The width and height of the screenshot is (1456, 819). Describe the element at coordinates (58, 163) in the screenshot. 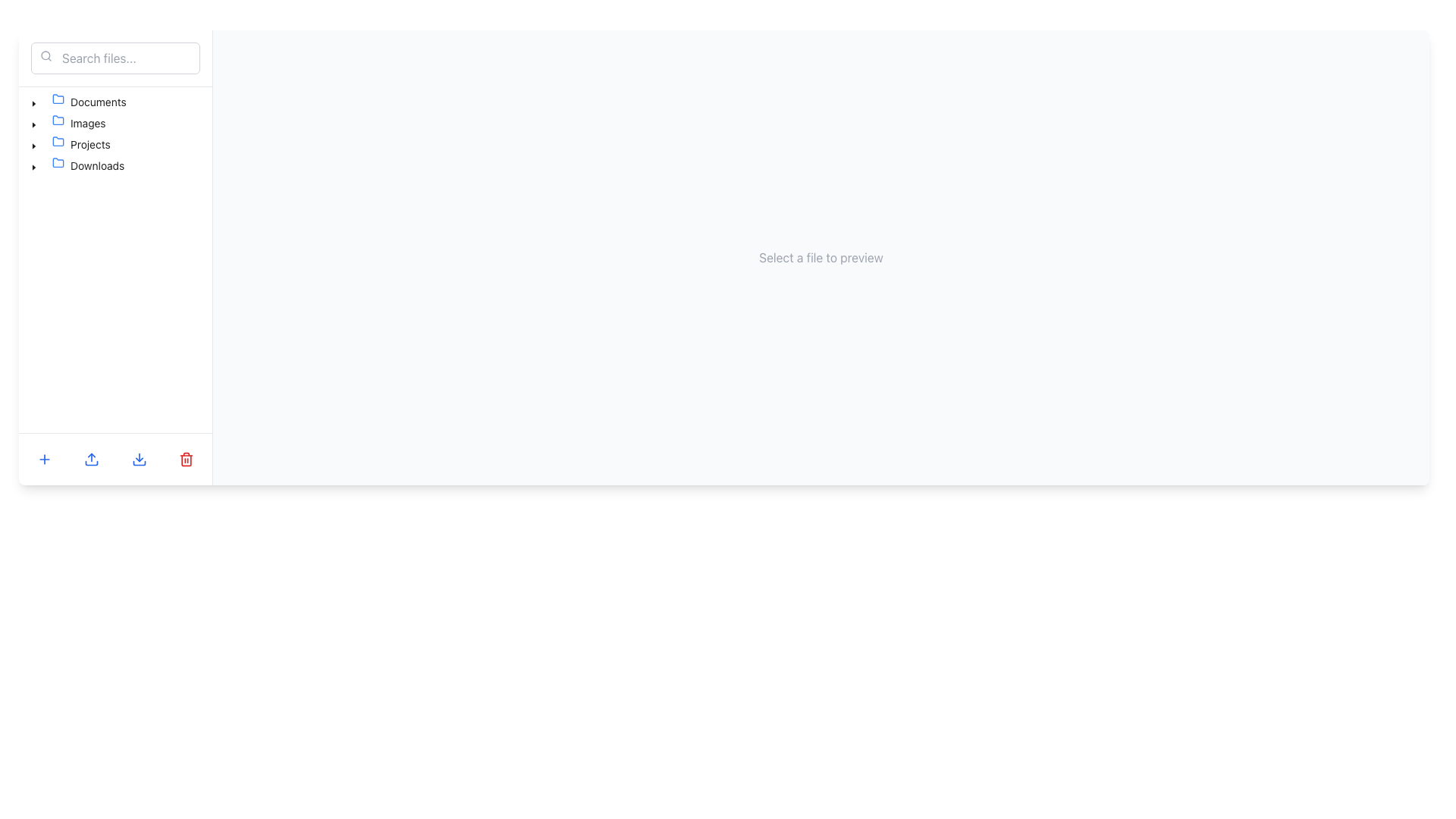

I see `the 'Downloads' icon` at that location.